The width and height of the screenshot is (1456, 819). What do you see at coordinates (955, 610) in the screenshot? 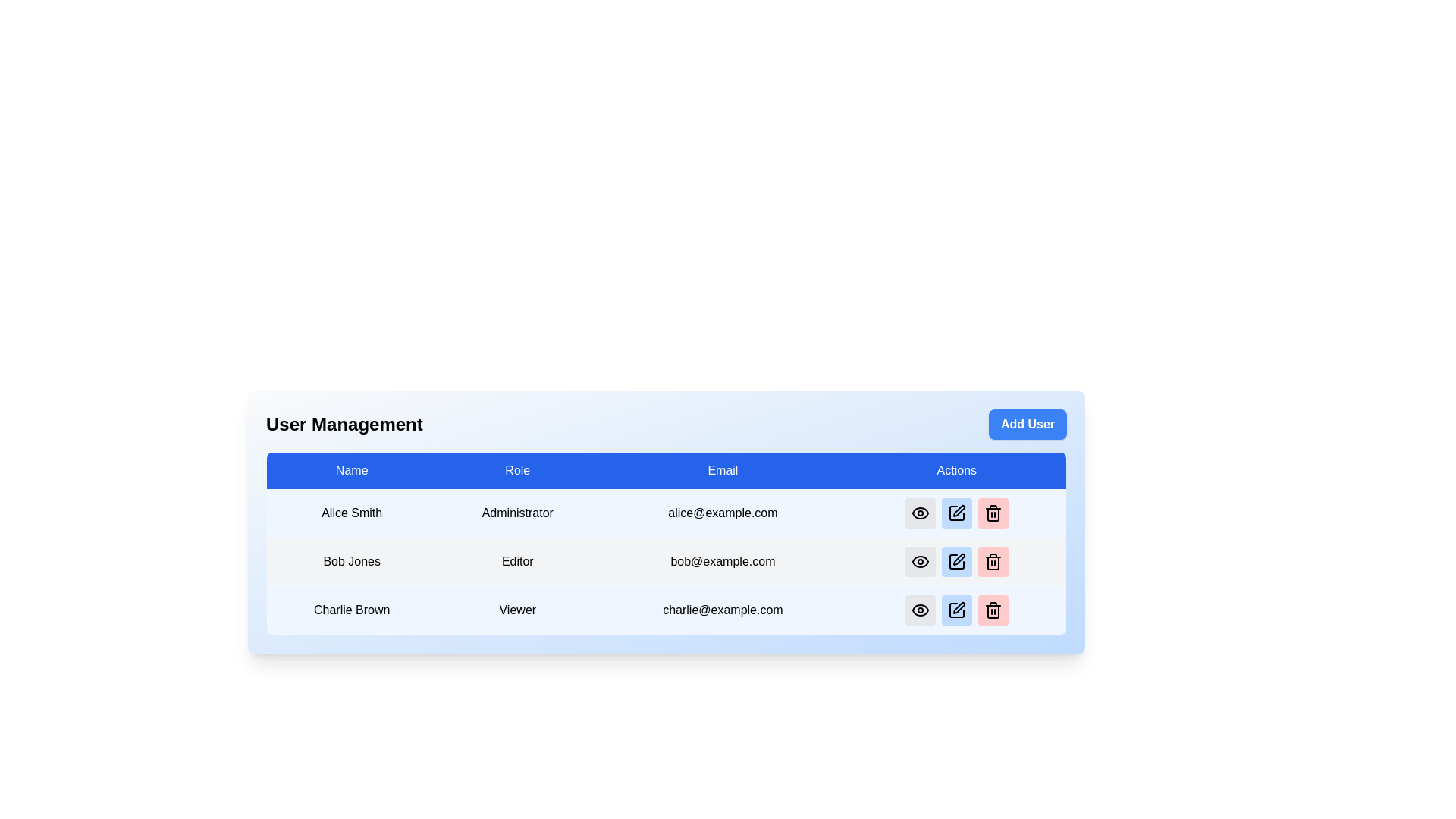
I see `the second action button with a blue background and a pencil icon` at bounding box center [955, 610].